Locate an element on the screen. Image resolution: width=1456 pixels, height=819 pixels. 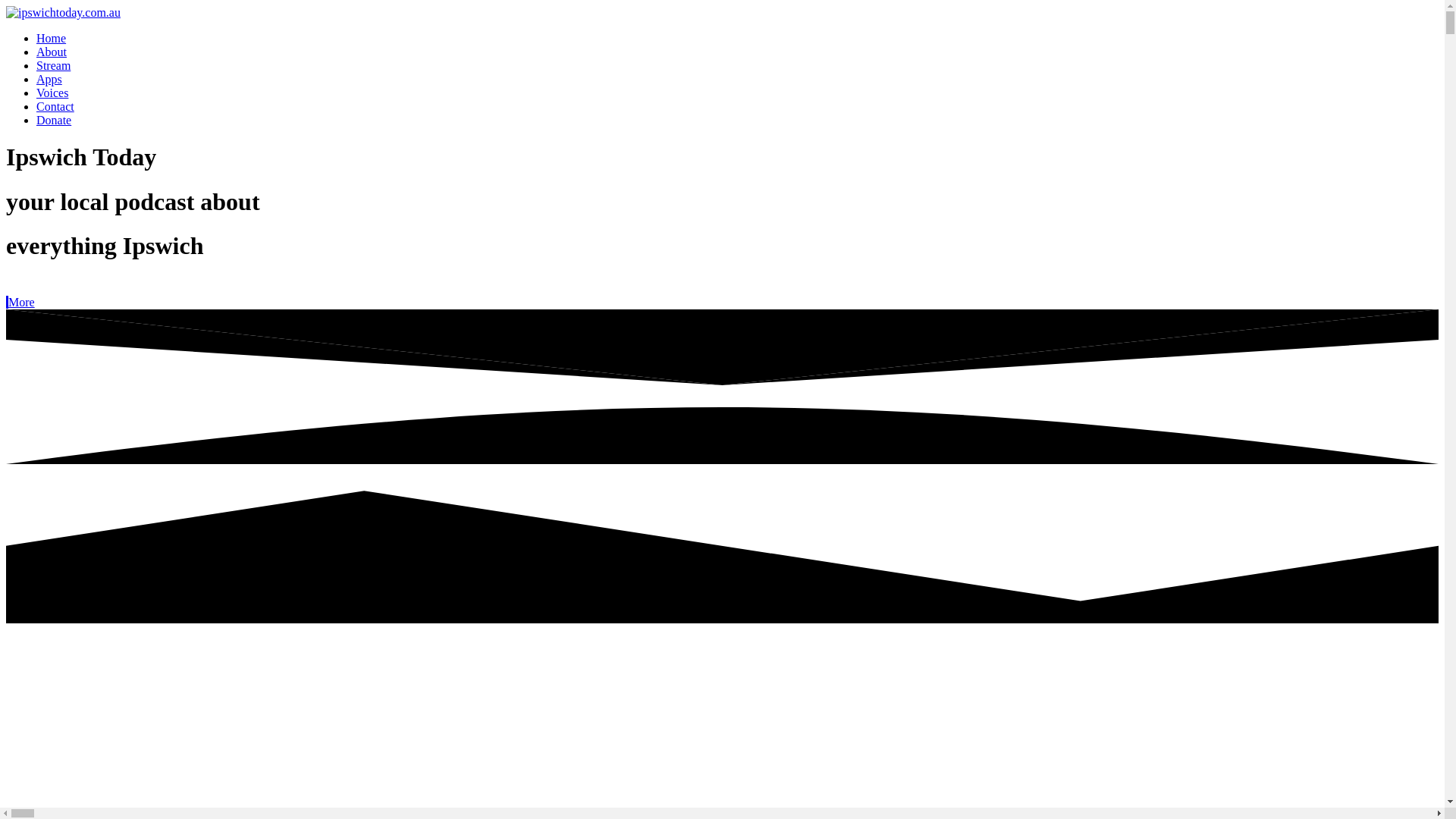
'Contact' is located at coordinates (55, 105).